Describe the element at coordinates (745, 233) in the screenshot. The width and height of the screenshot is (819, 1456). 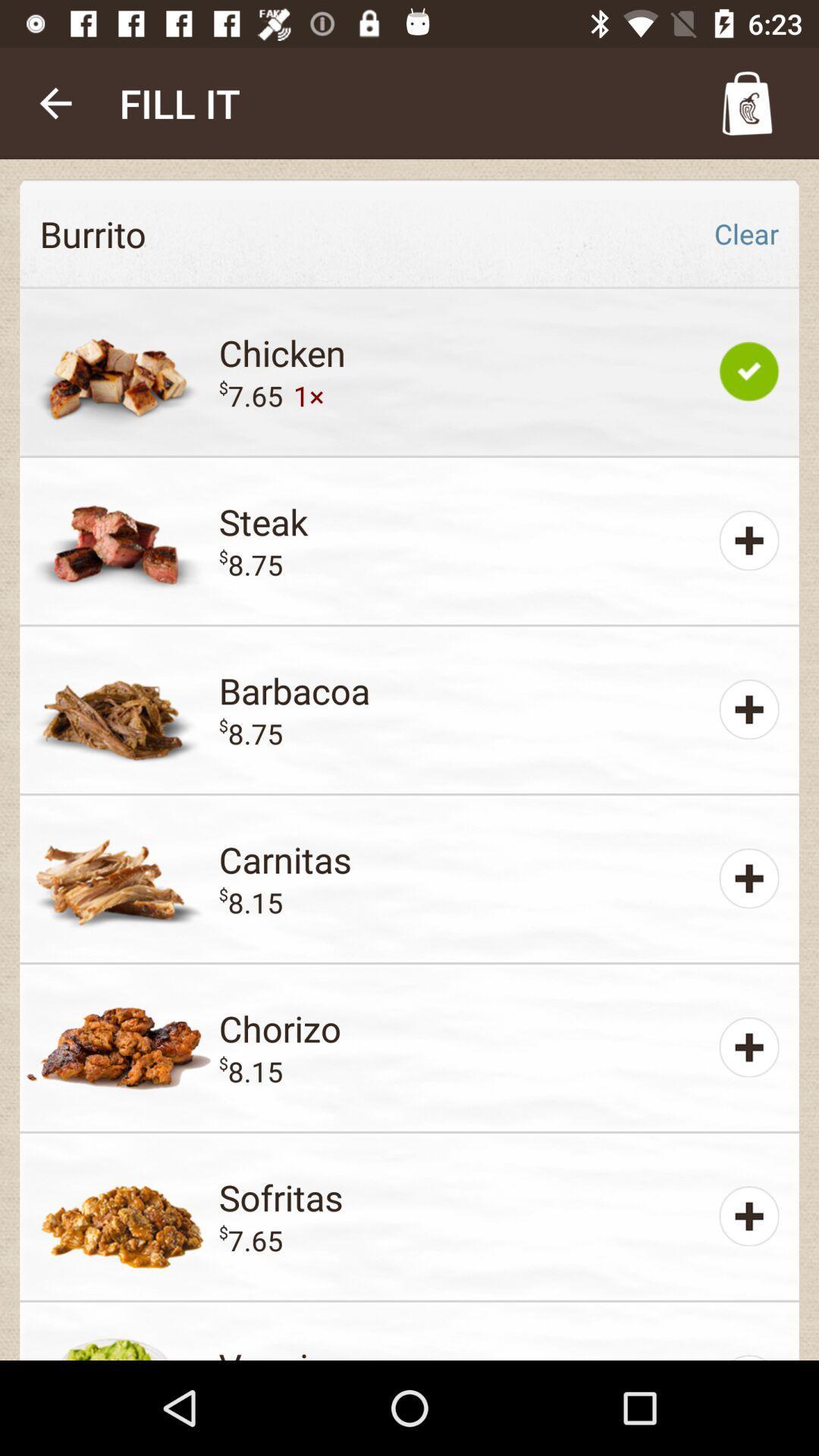
I see `the item to the right of the burrito` at that location.